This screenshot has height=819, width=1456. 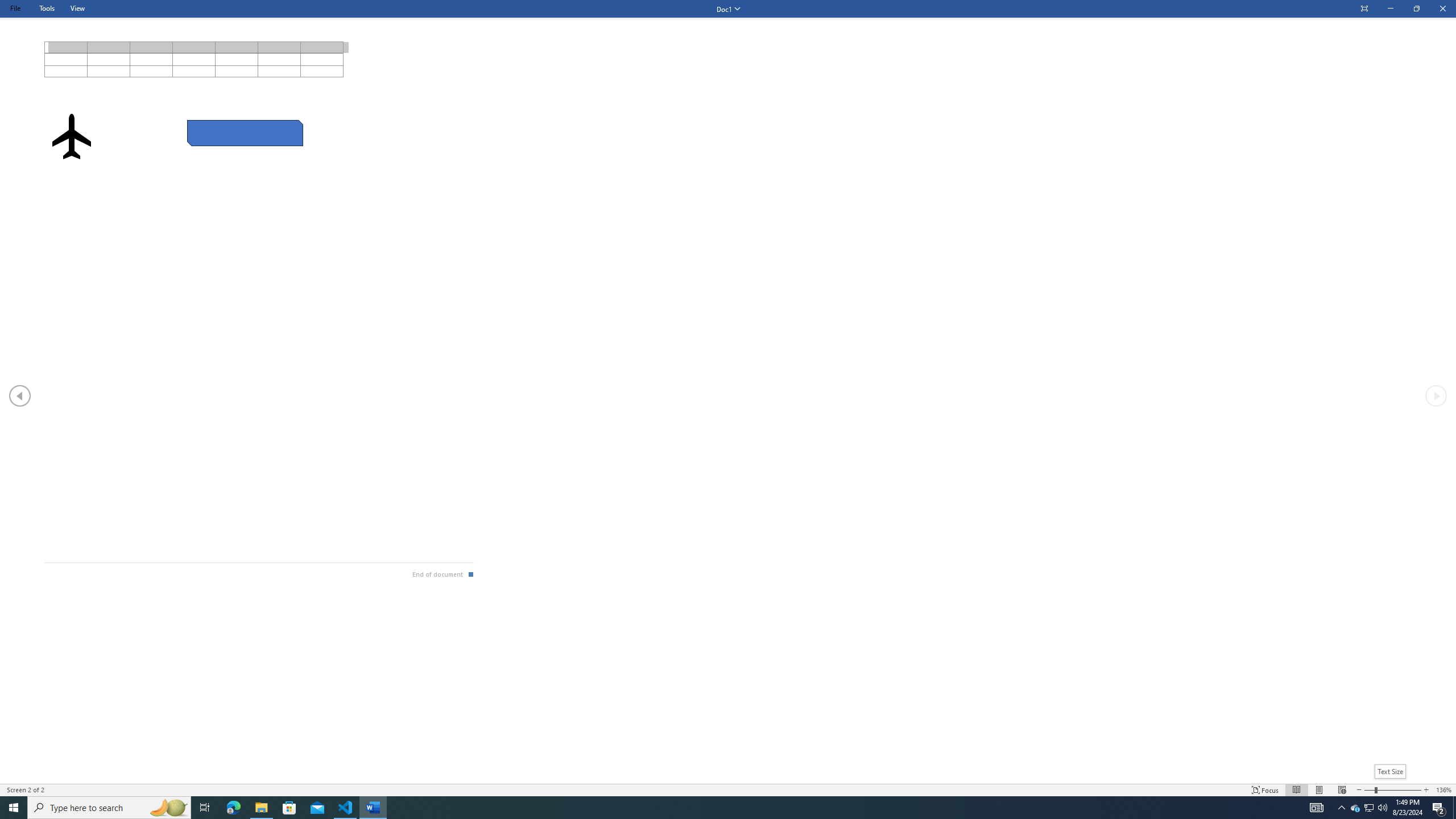 What do you see at coordinates (77, 8) in the screenshot?
I see `'View'` at bounding box center [77, 8].